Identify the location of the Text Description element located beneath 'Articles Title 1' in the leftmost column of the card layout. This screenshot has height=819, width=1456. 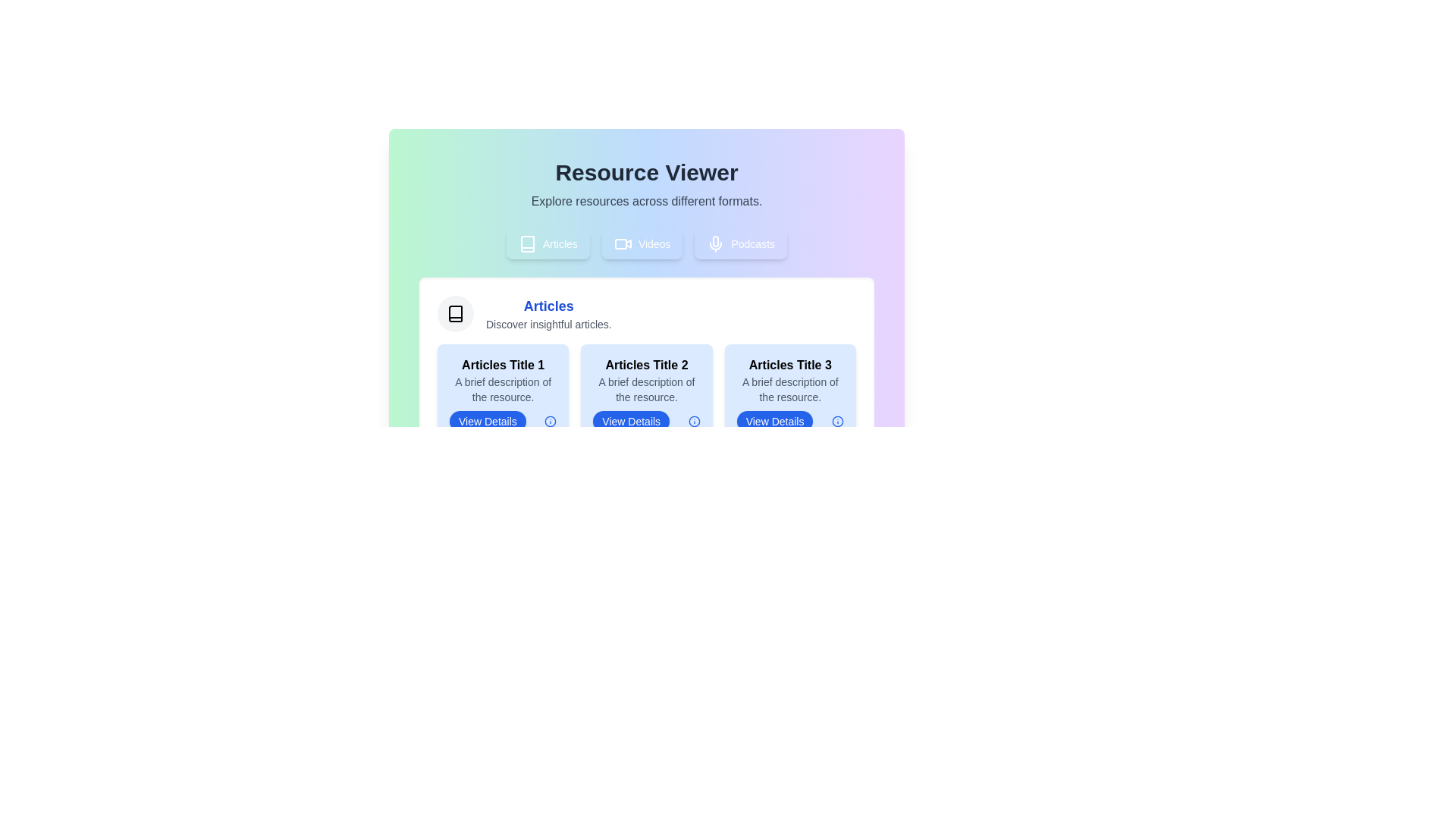
(503, 388).